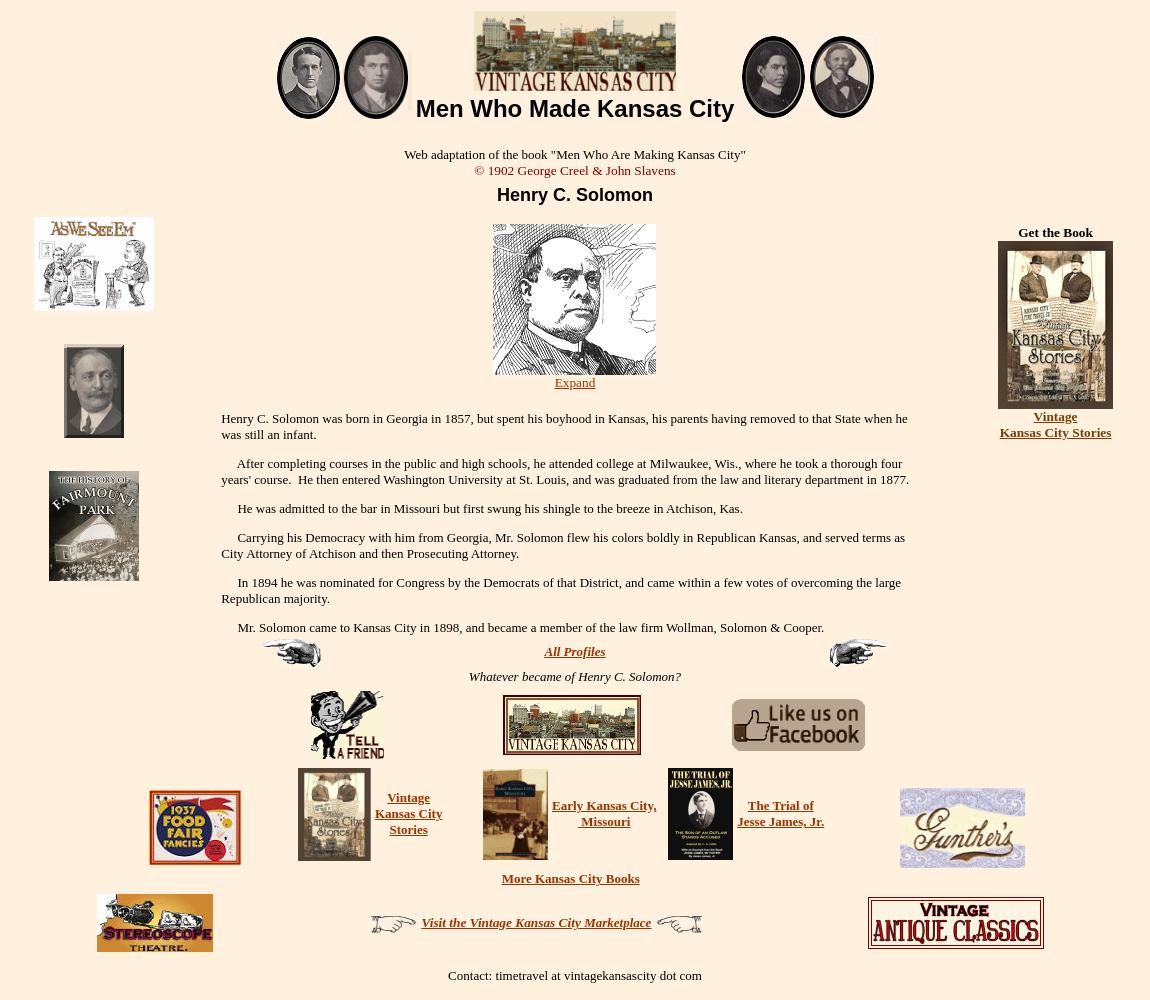 This screenshot has height=1000, width=1150. What do you see at coordinates (220, 626) in the screenshot?
I see `'Mr. Solomon came to Kansas City in 1898, and
          became a member of the law firm Wollman, Solomon & Cooper.'` at bounding box center [220, 626].